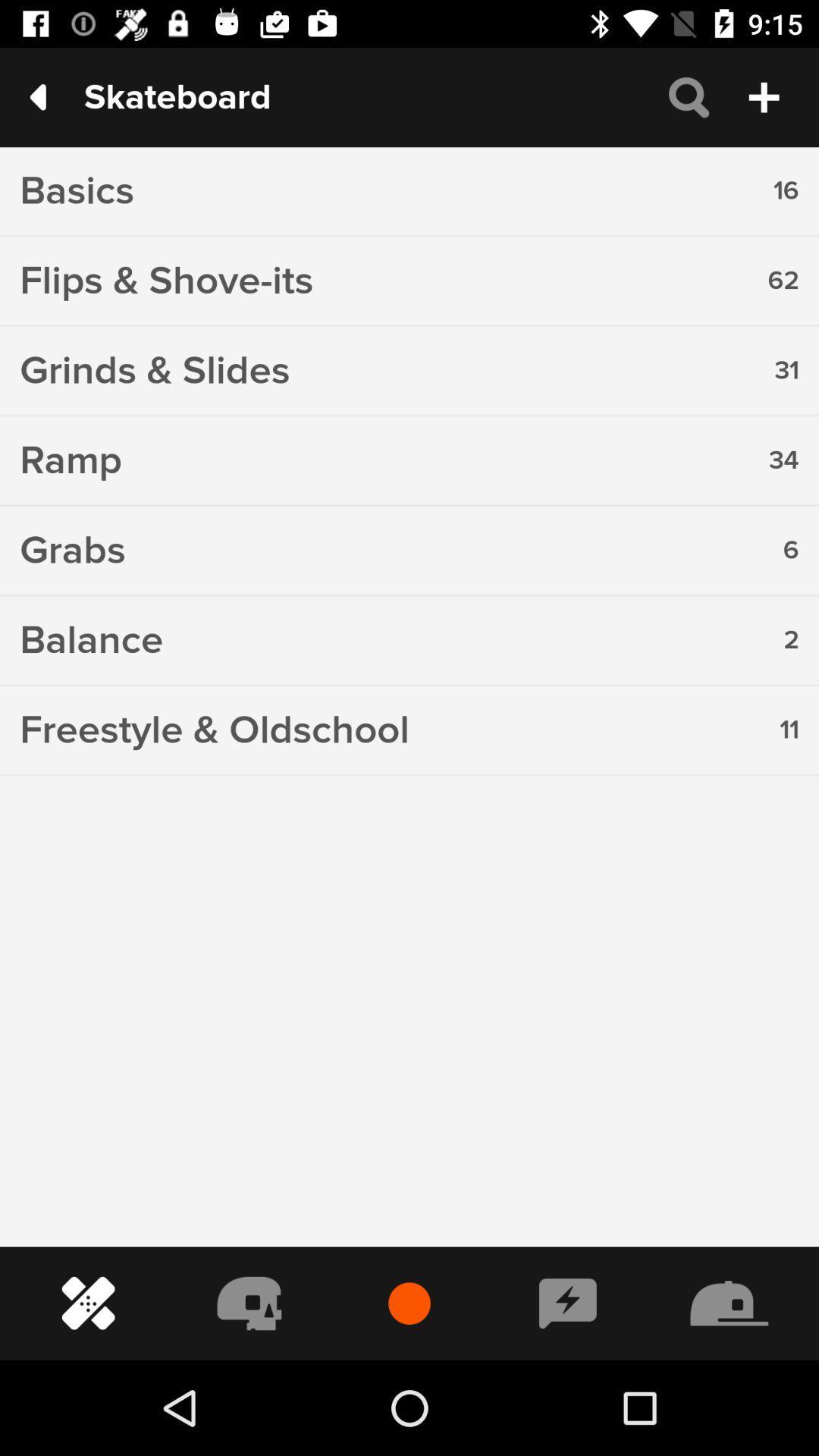  I want to click on the search icon, so click(689, 96).